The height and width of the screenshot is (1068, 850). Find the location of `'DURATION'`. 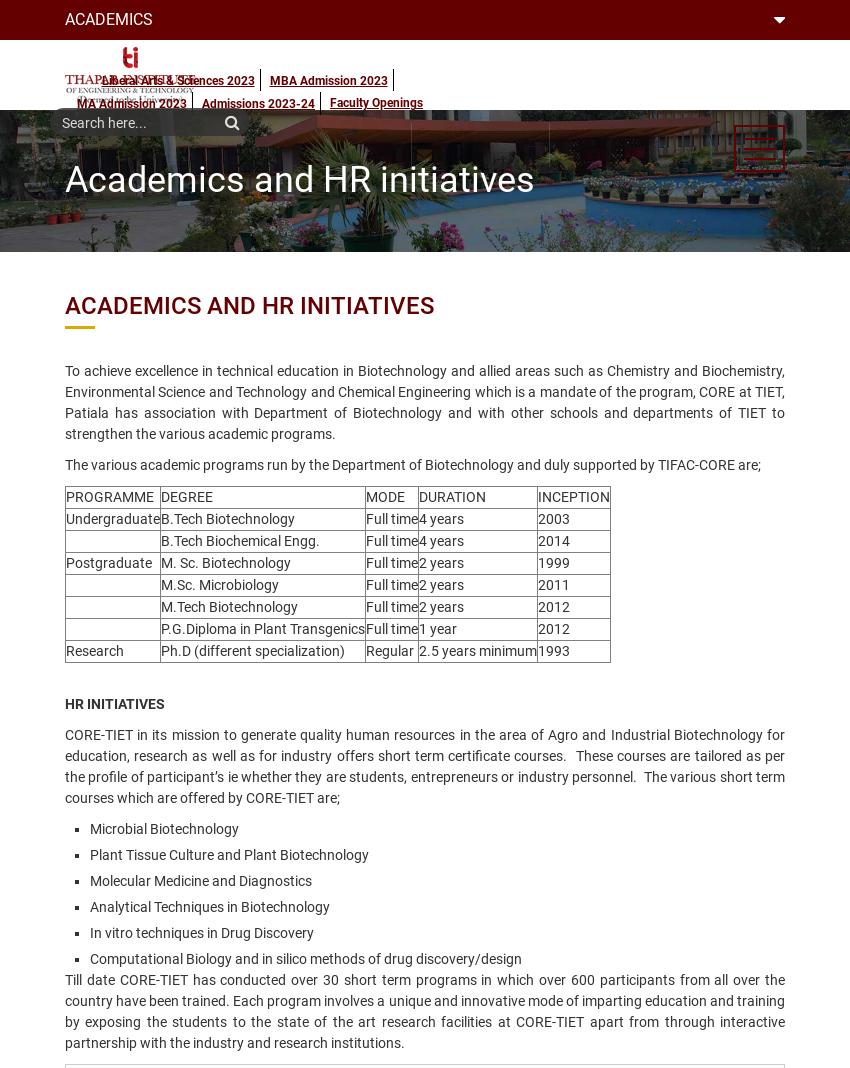

'DURATION' is located at coordinates (451, 497).